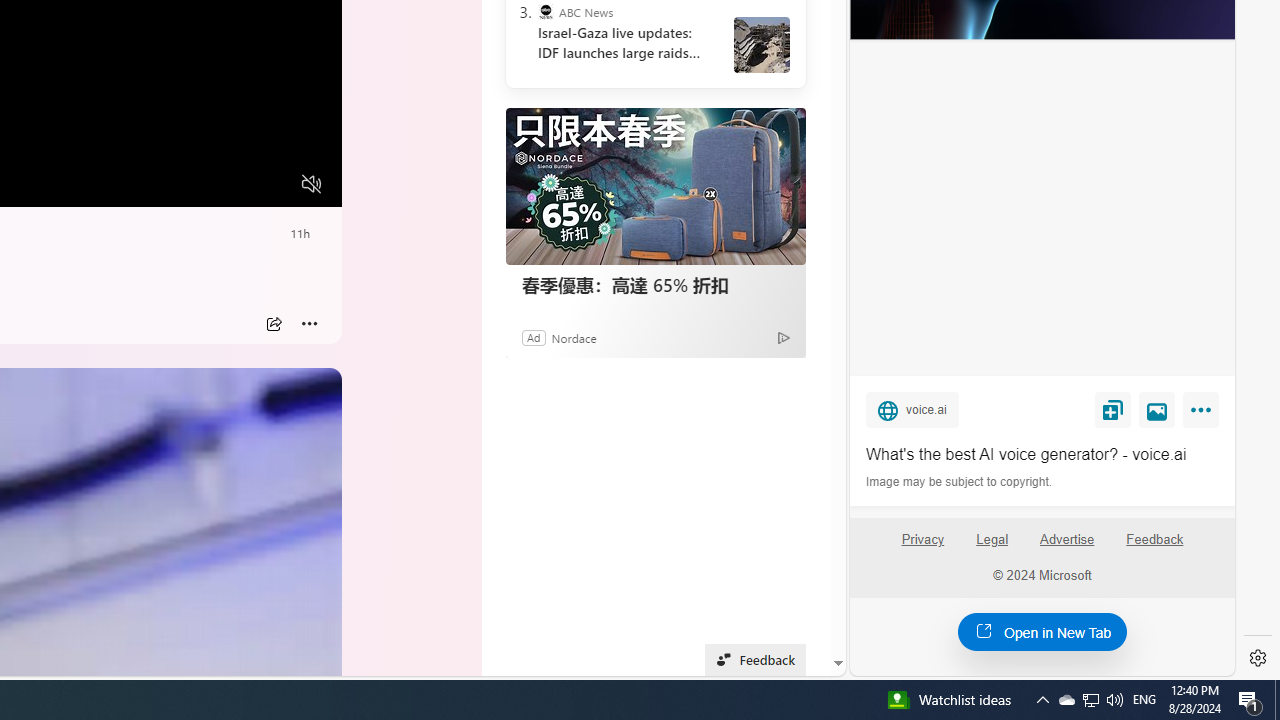  I want to click on 'Share', so click(273, 323).